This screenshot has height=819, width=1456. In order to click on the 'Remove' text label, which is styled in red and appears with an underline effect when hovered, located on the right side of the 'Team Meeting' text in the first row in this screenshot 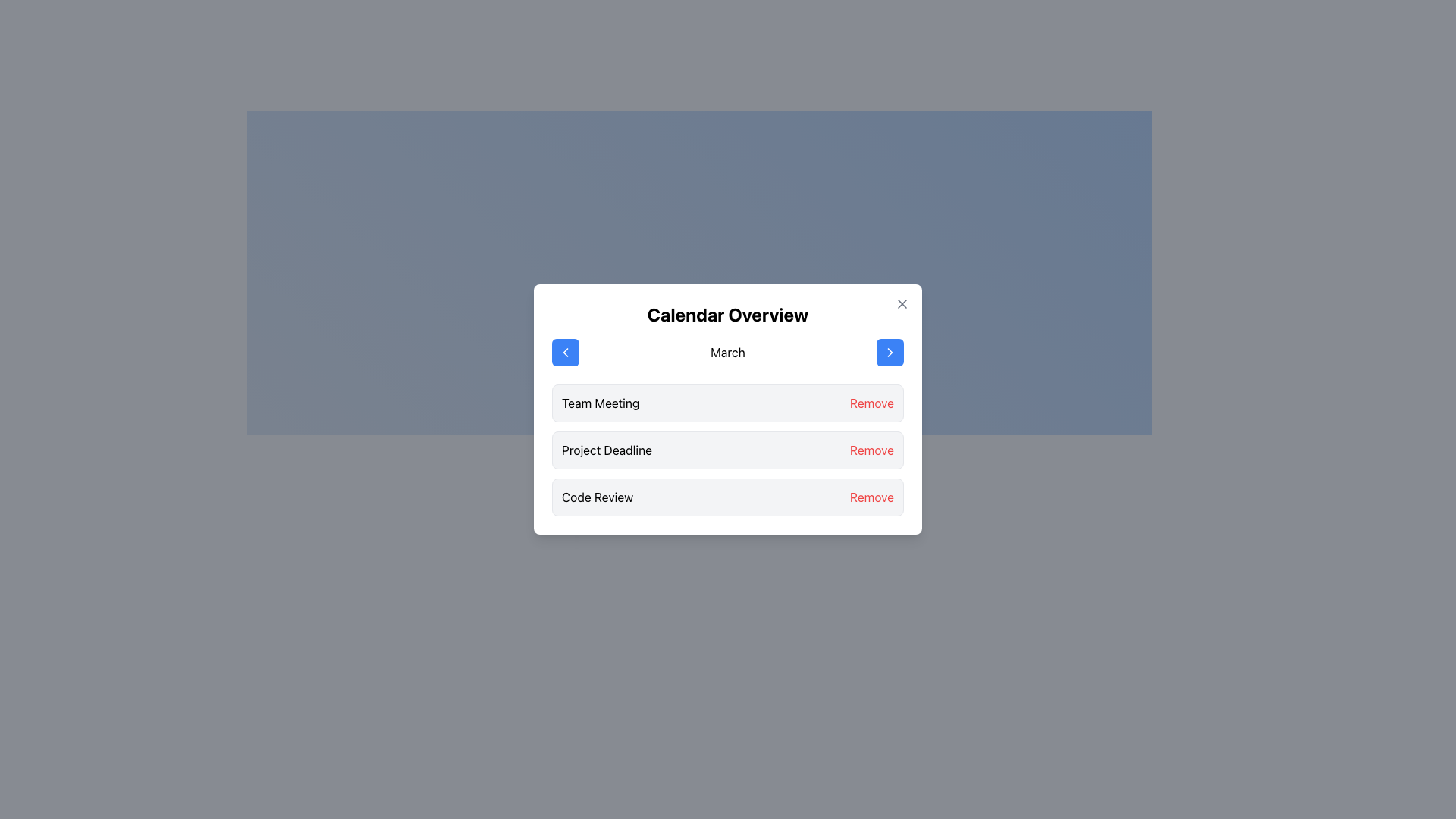, I will do `click(871, 403)`.